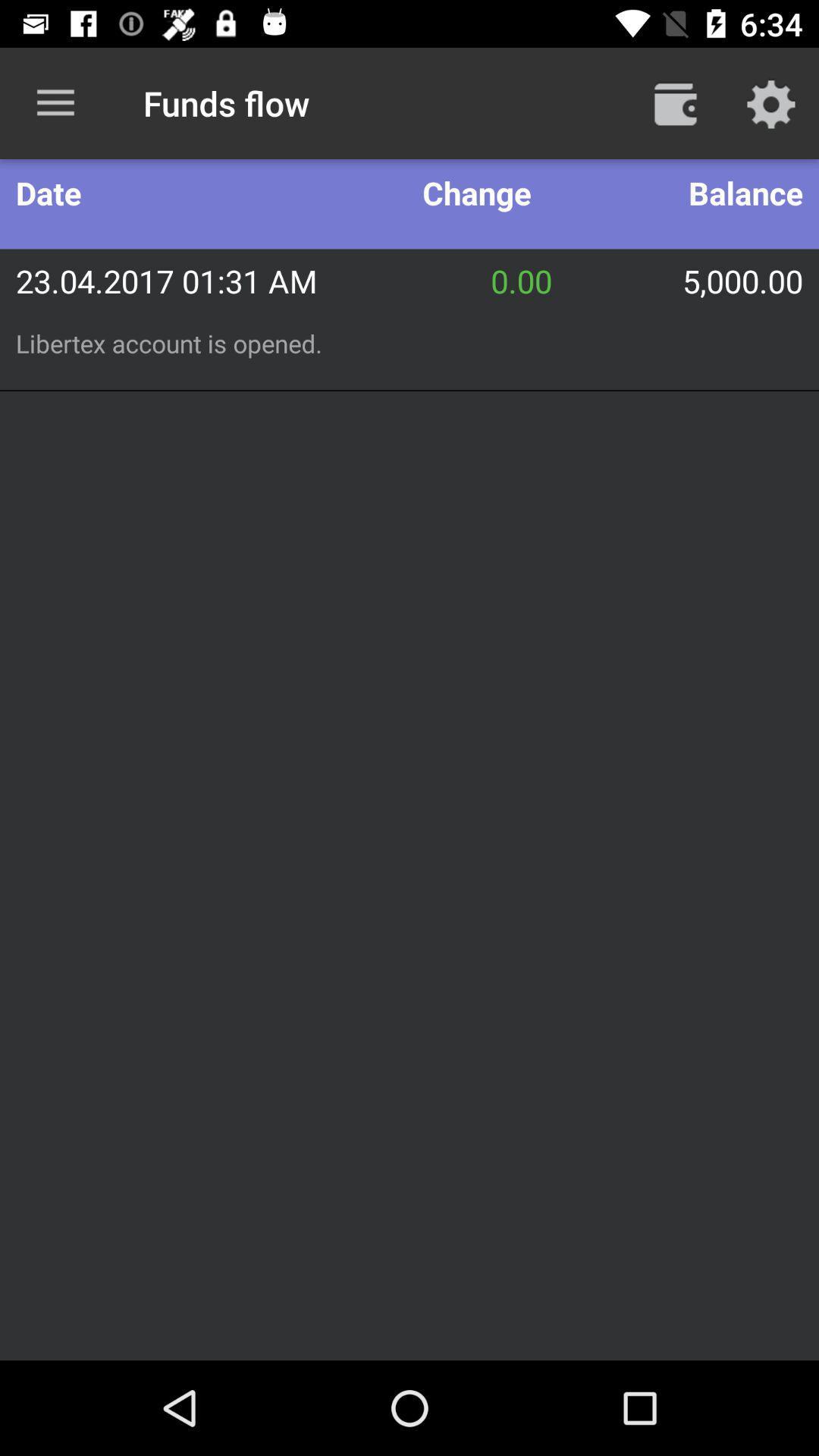 The width and height of the screenshot is (819, 1456). I want to click on icon above the balance icon, so click(675, 102).